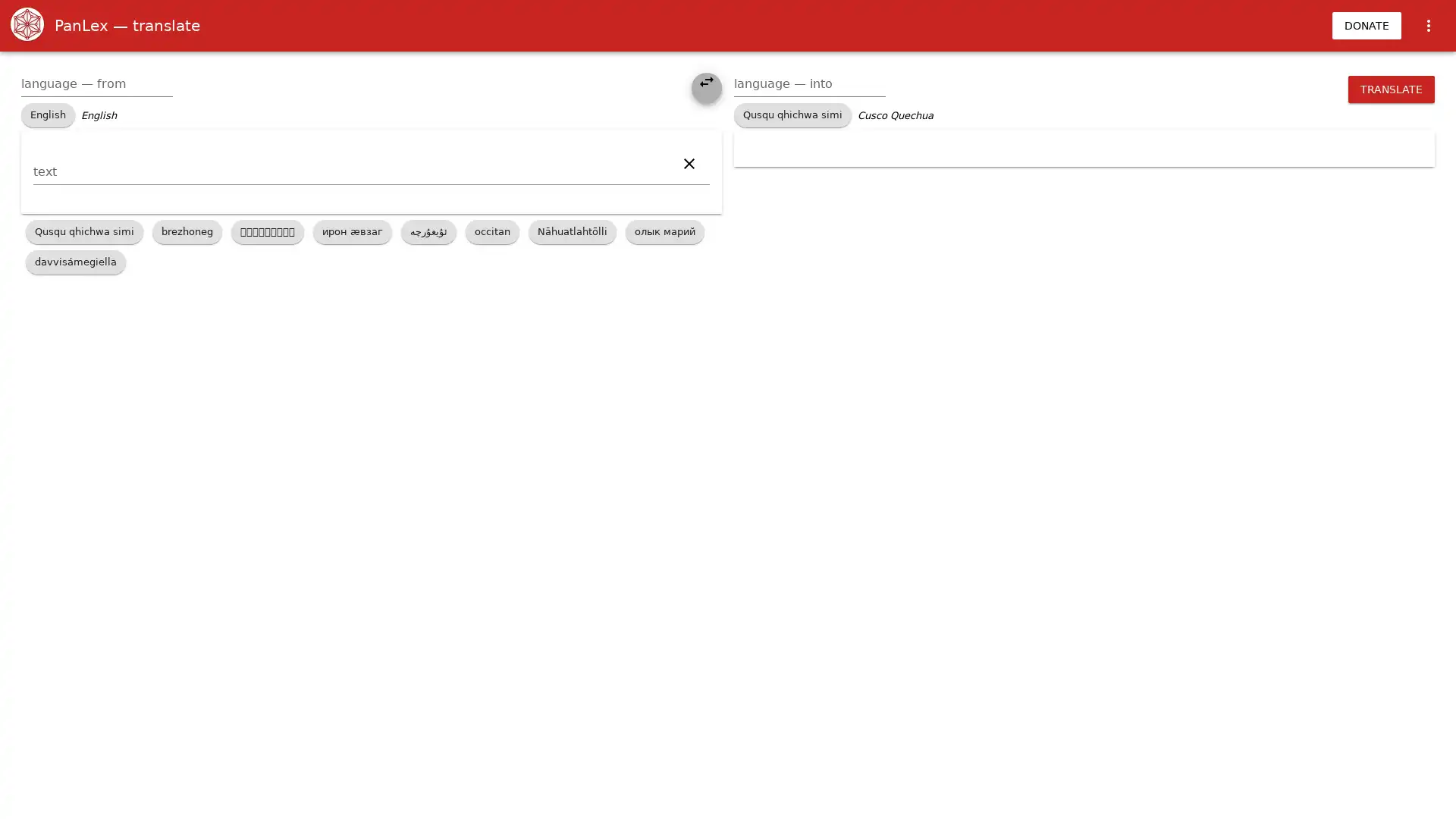 The image size is (1456, 819). Describe the element at coordinates (1367, 26) in the screenshot. I see `DONATE` at that location.